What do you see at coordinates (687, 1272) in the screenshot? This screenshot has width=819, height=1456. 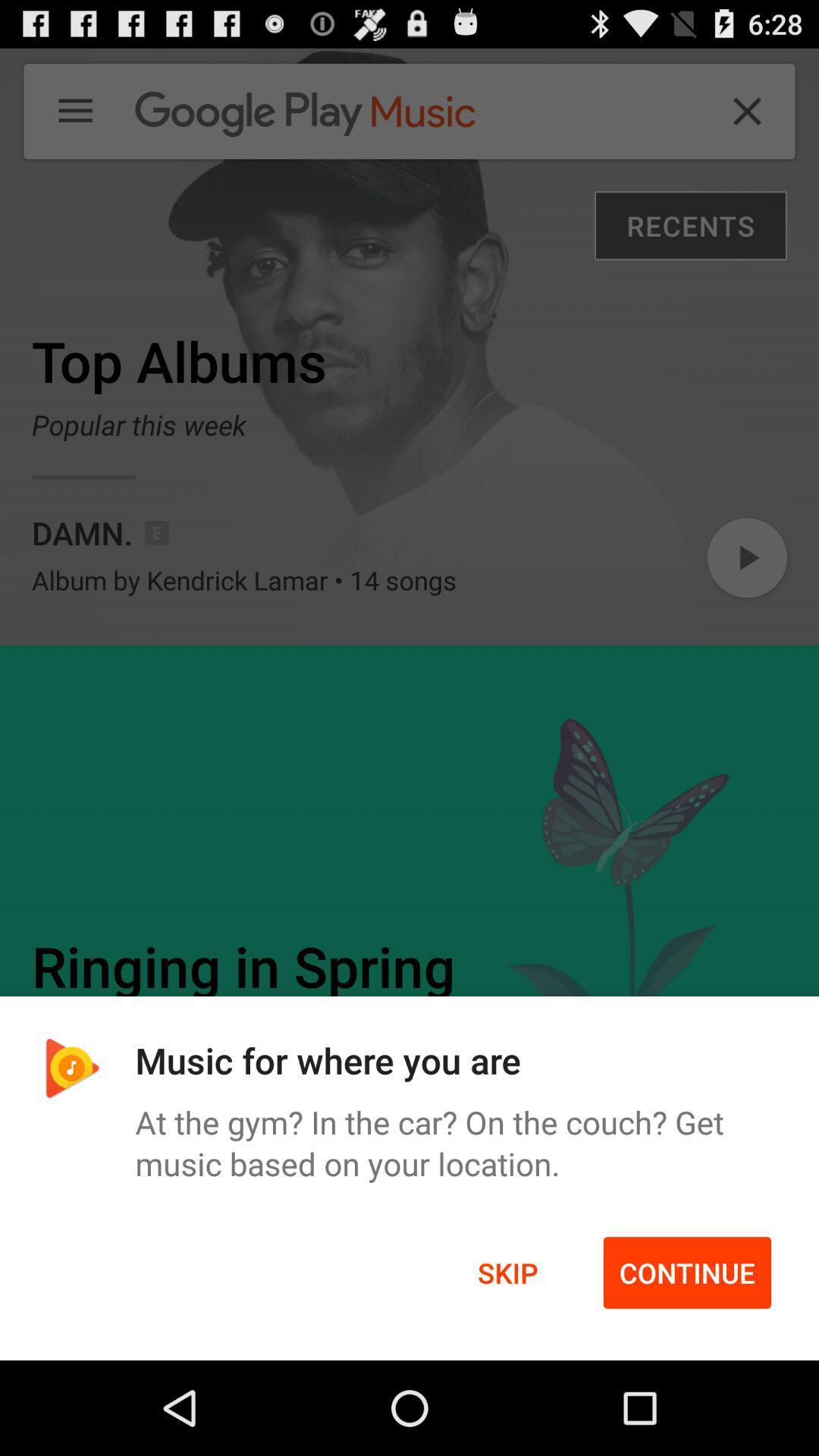 I see `the icon next to skip item` at bounding box center [687, 1272].